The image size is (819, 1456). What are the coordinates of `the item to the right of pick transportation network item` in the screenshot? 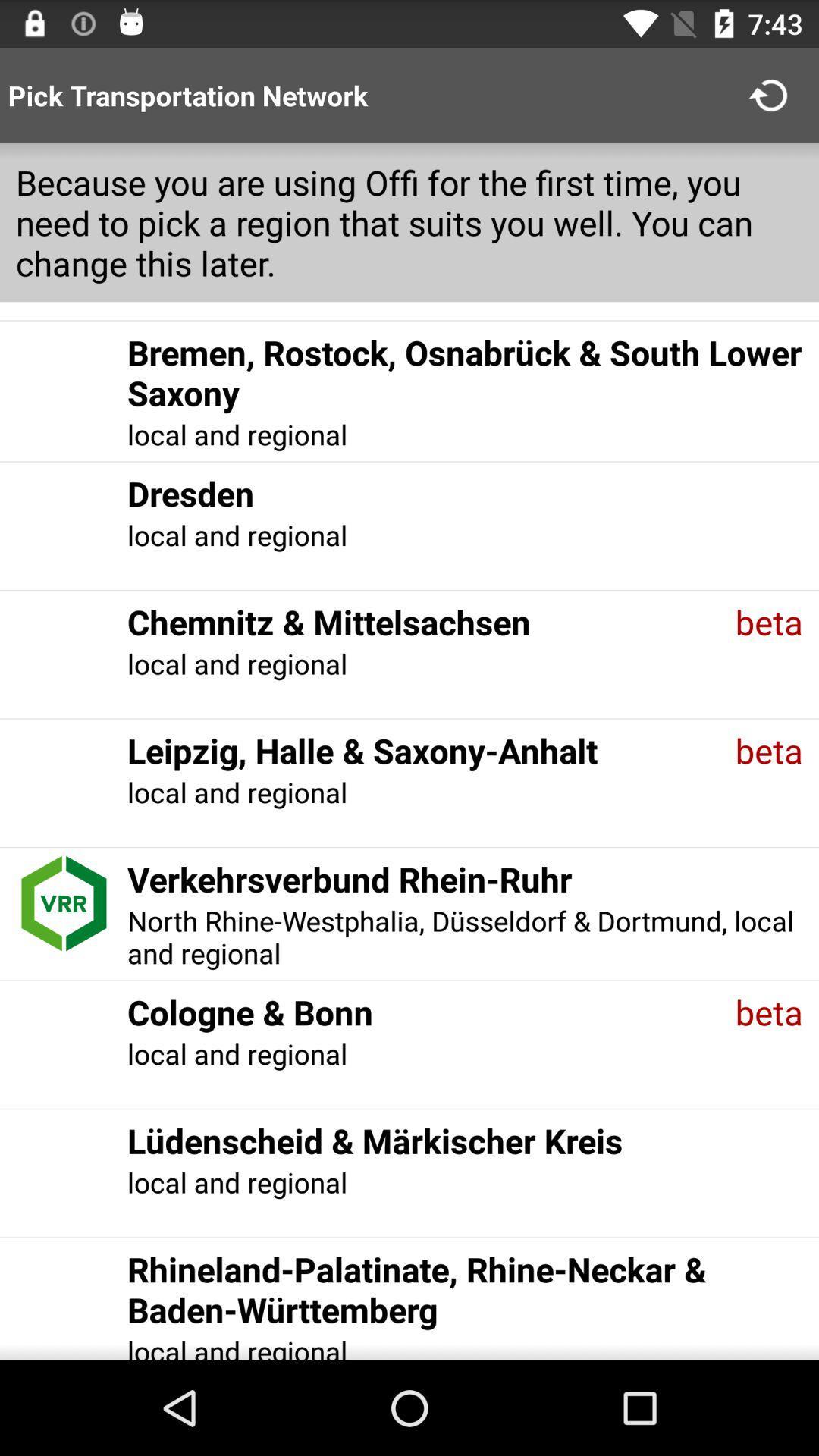 It's located at (771, 94).